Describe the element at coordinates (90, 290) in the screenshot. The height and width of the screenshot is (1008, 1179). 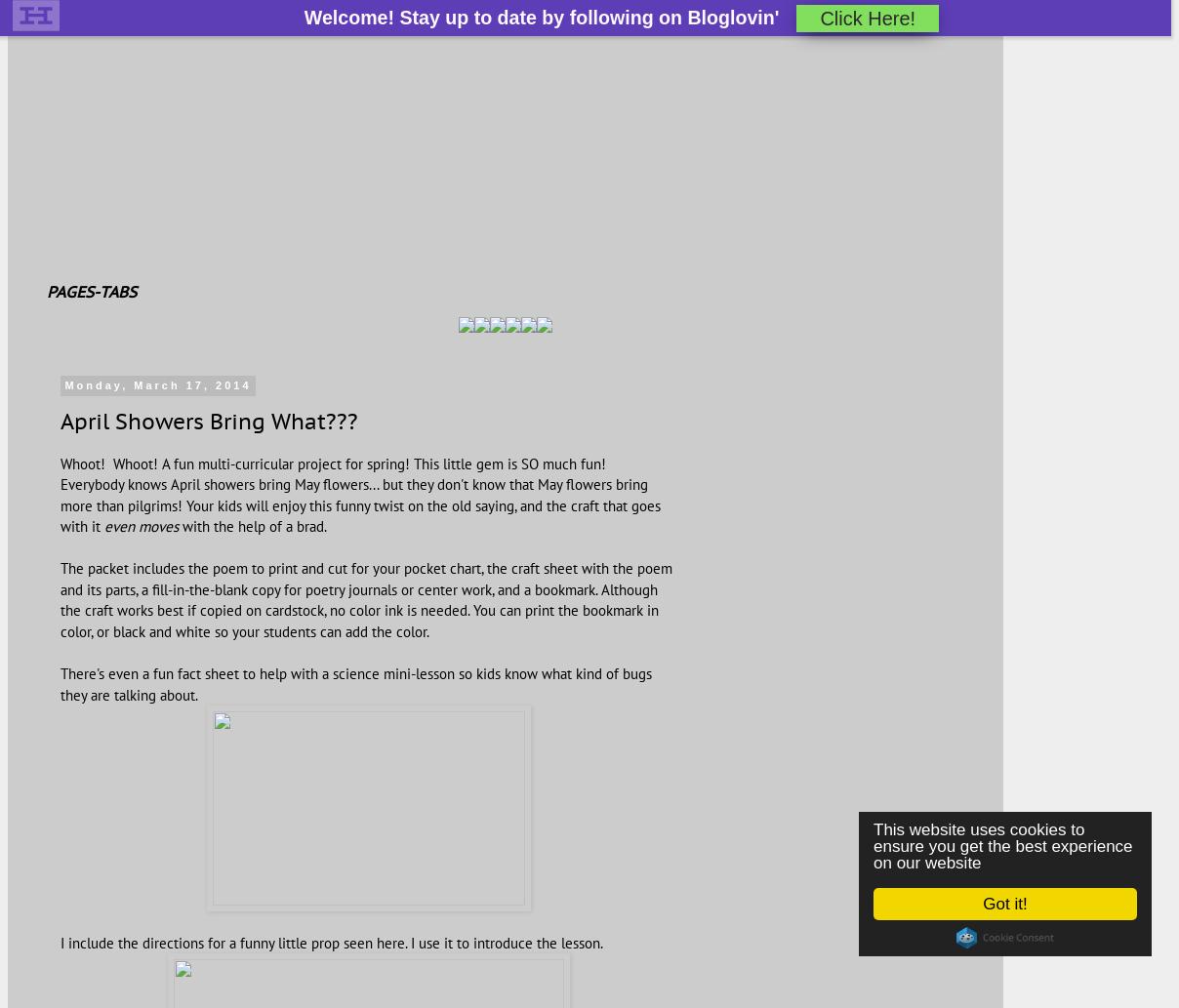
I see `'PAGES-TABS'` at that location.